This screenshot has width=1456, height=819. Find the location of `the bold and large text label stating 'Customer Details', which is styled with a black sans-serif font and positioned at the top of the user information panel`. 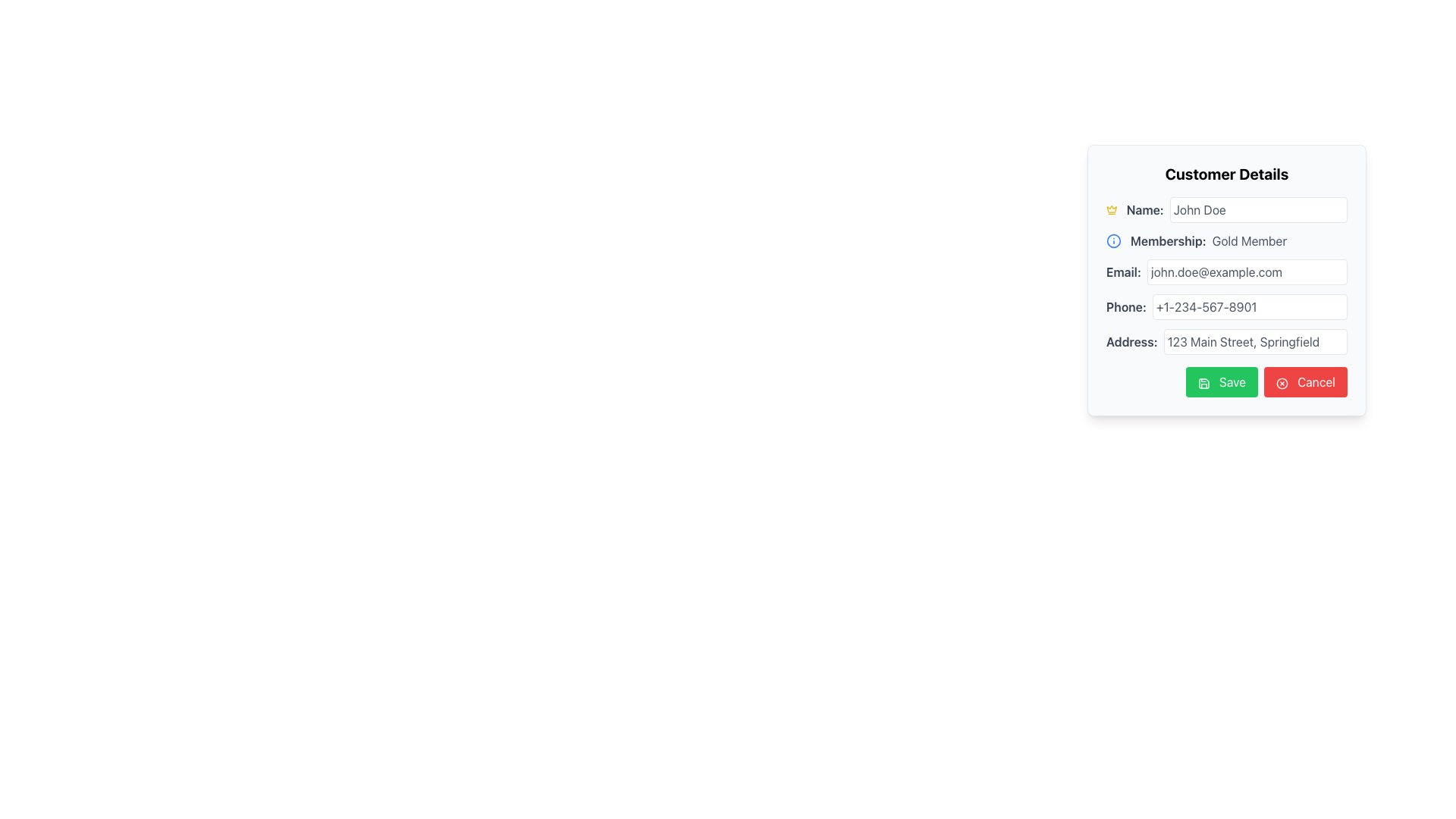

the bold and large text label stating 'Customer Details', which is styled with a black sans-serif font and positioned at the top of the user information panel is located at coordinates (1226, 174).